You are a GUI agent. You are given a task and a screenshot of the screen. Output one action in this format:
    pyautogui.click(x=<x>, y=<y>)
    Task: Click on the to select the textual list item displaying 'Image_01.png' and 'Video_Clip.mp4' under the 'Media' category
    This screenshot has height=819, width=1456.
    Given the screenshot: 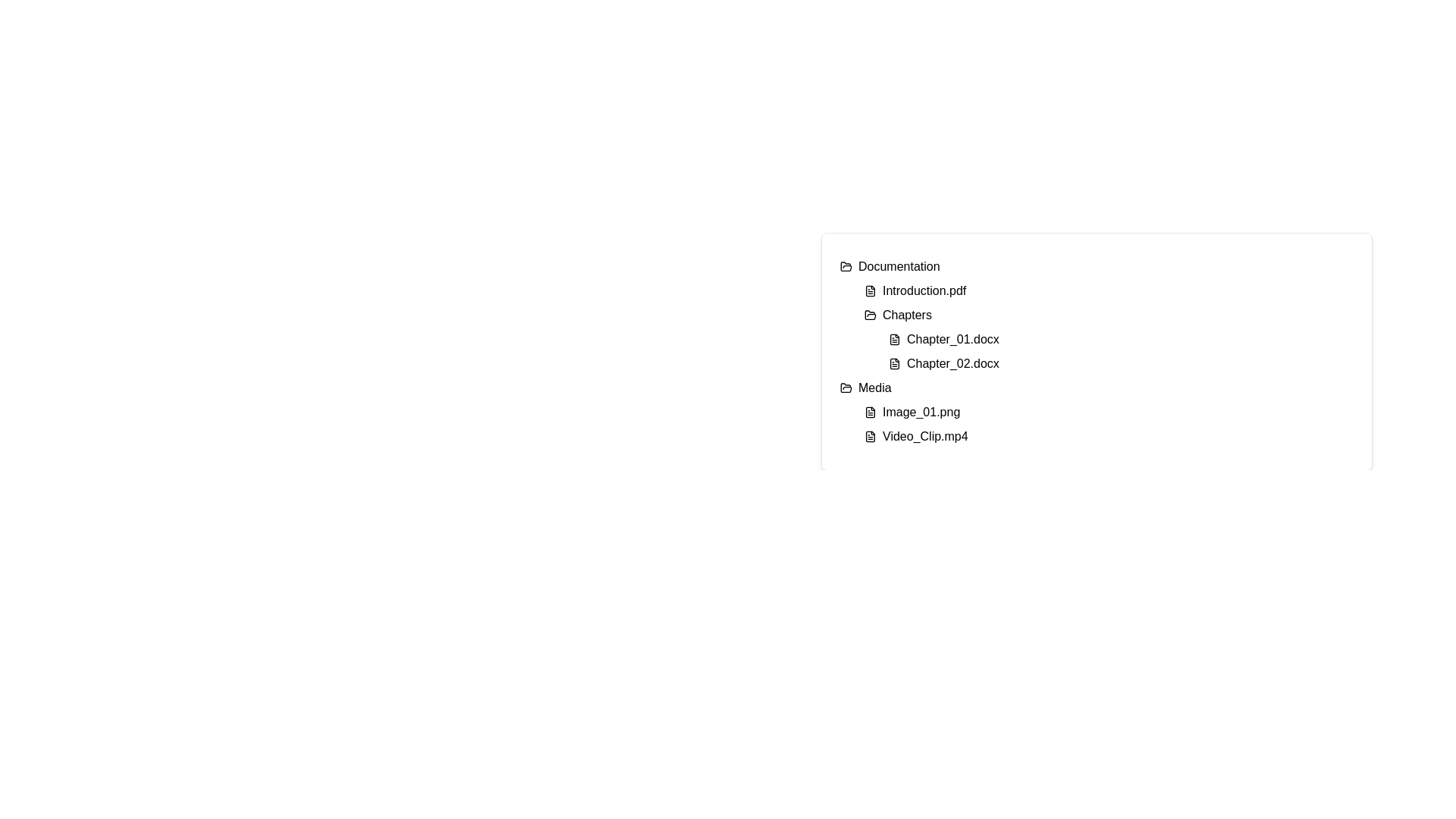 What is the action you would take?
    pyautogui.click(x=1097, y=412)
    